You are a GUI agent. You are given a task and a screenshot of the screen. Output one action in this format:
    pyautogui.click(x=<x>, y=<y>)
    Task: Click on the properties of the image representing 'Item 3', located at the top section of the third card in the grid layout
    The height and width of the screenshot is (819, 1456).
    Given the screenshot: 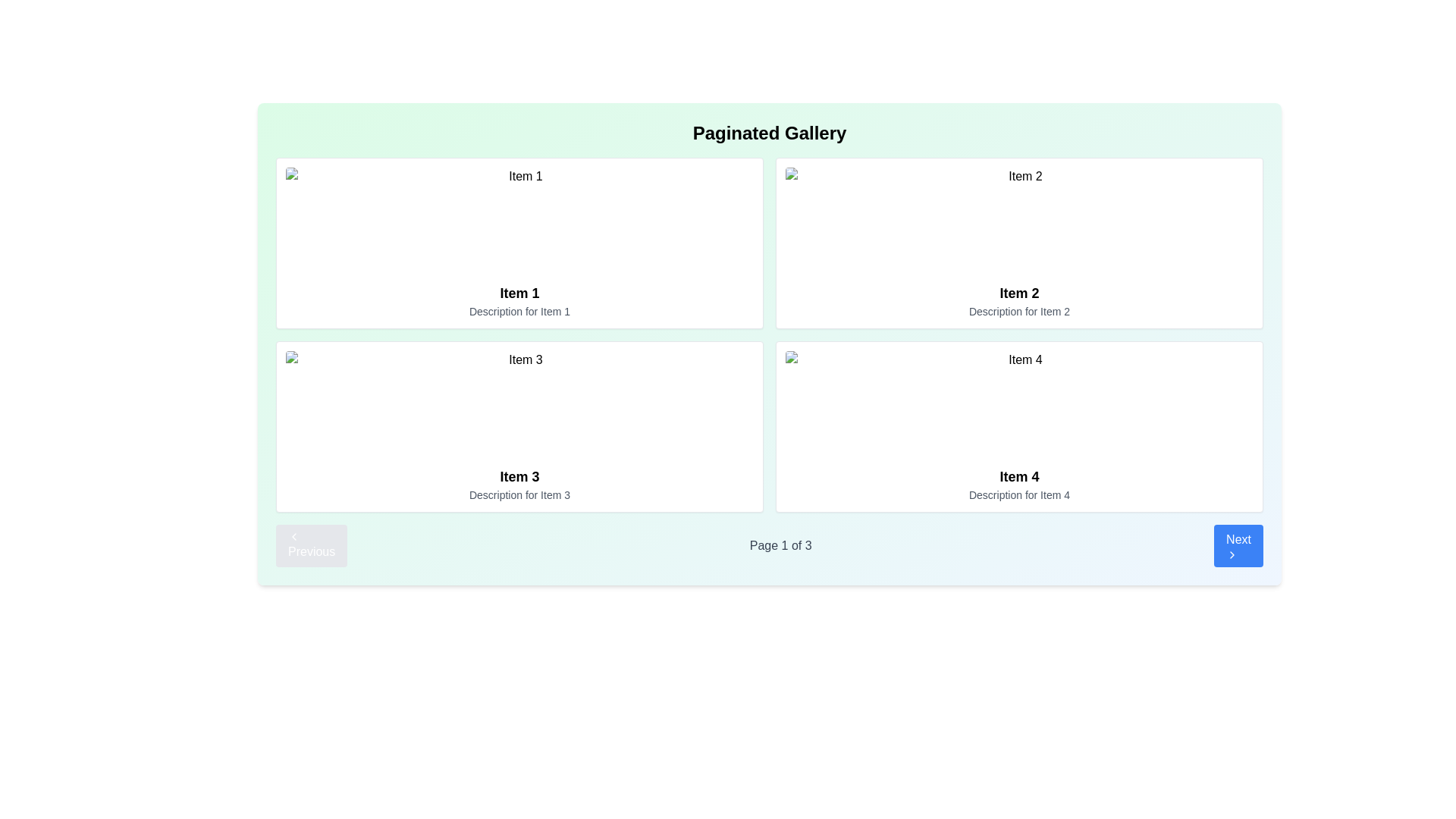 What is the action you would take?
    pyautogui.click(x=519, y=405)
    